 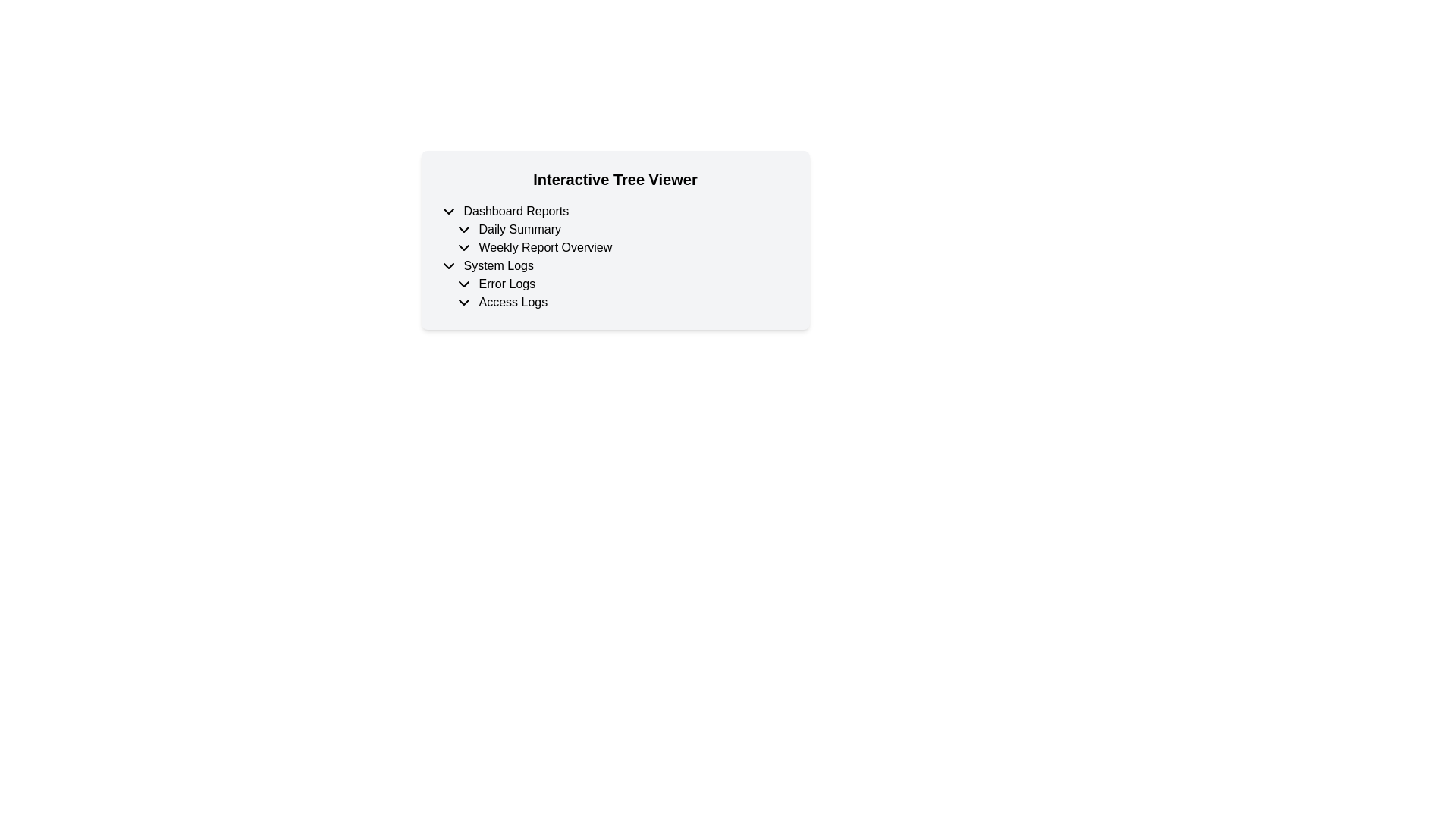 What do you see at coordinates (519, 230) in the screenshot?
I see `static text label displaying 'Daily Summary', which is part of the nested list structure under 'Dashboard Reports' in the collapsible menu 'Interactive Tree Viewer'` at bounding box center [519, 230].